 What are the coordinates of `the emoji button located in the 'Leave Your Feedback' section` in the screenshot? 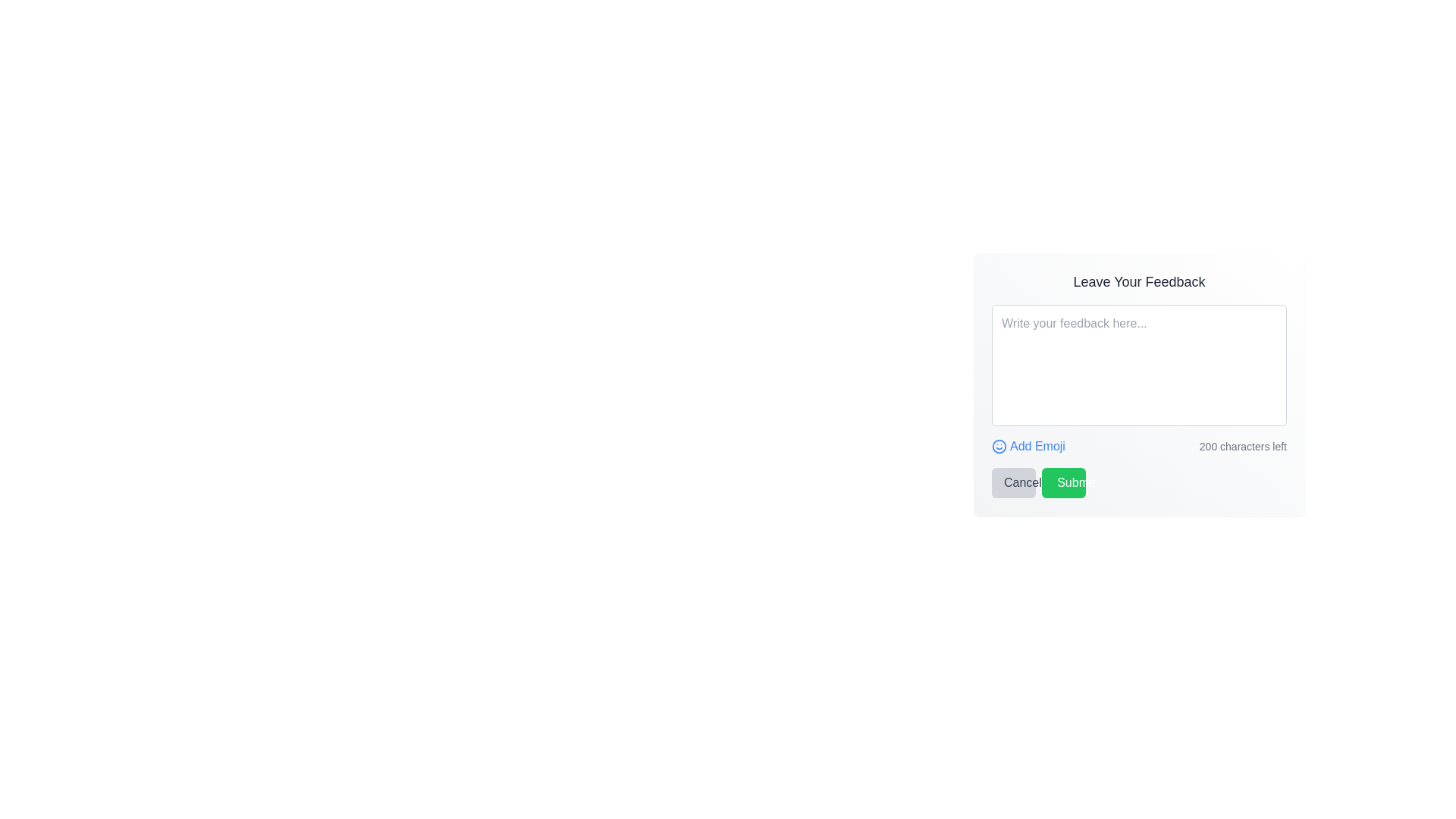 It's located at (1028, 446).